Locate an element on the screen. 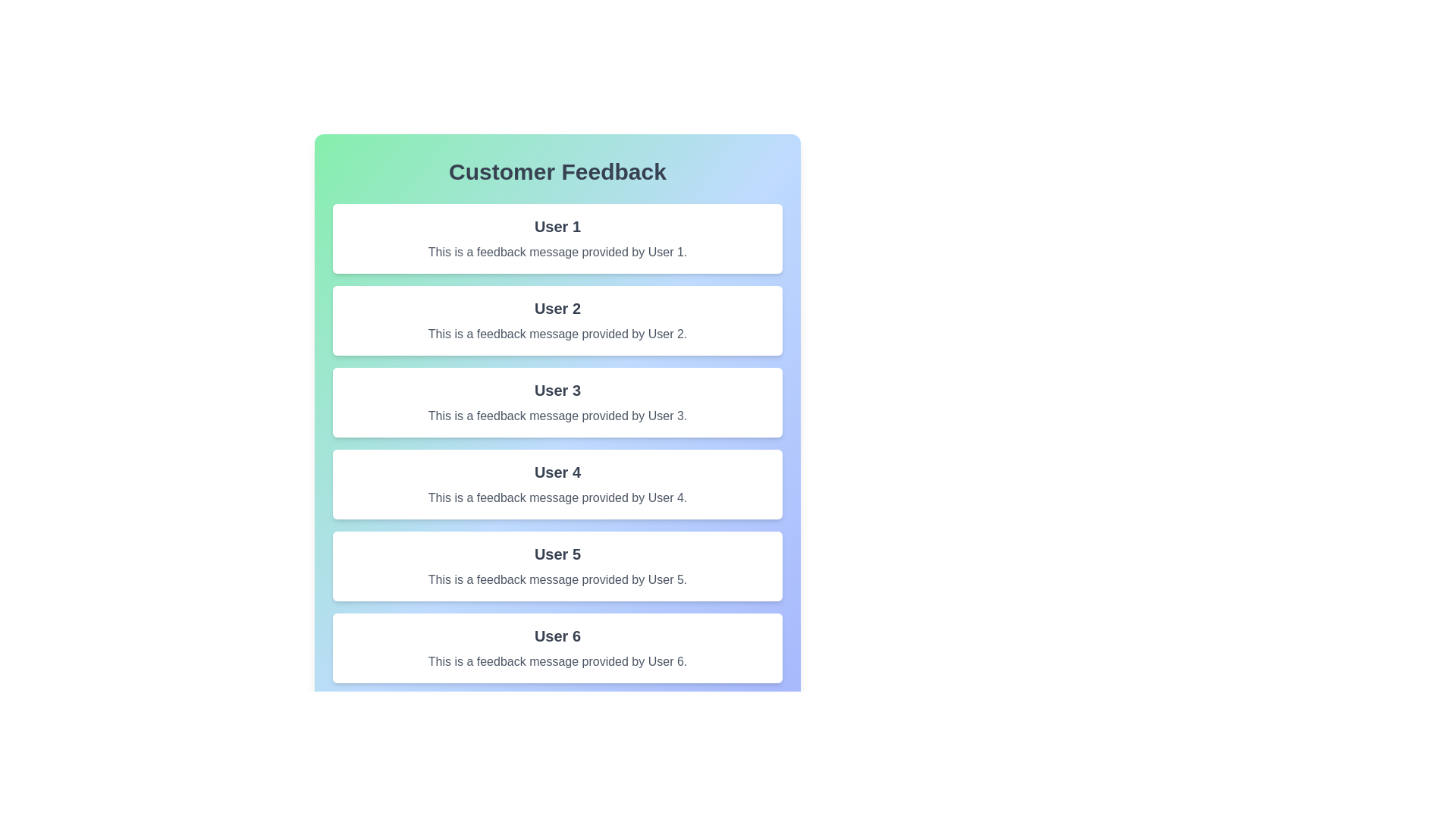 The width and height of the screenshot is (1456, 819). the Text label that identifies the feedback from 'User 5', located at the top of the feedback message box in the 'Customer Feedback' list is located at coordinates (557, 554).